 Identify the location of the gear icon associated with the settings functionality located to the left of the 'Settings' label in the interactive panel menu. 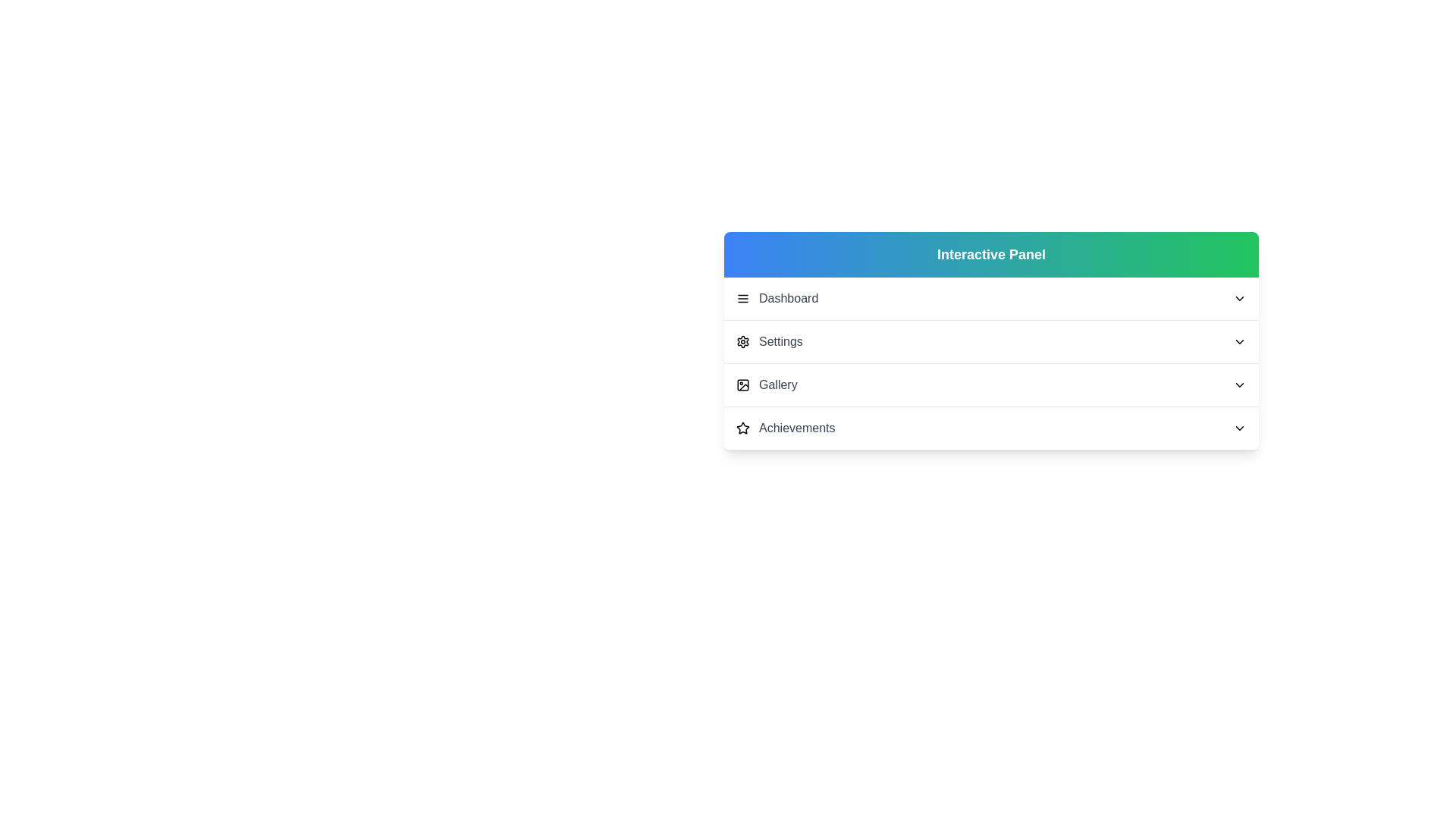
(742, 342).